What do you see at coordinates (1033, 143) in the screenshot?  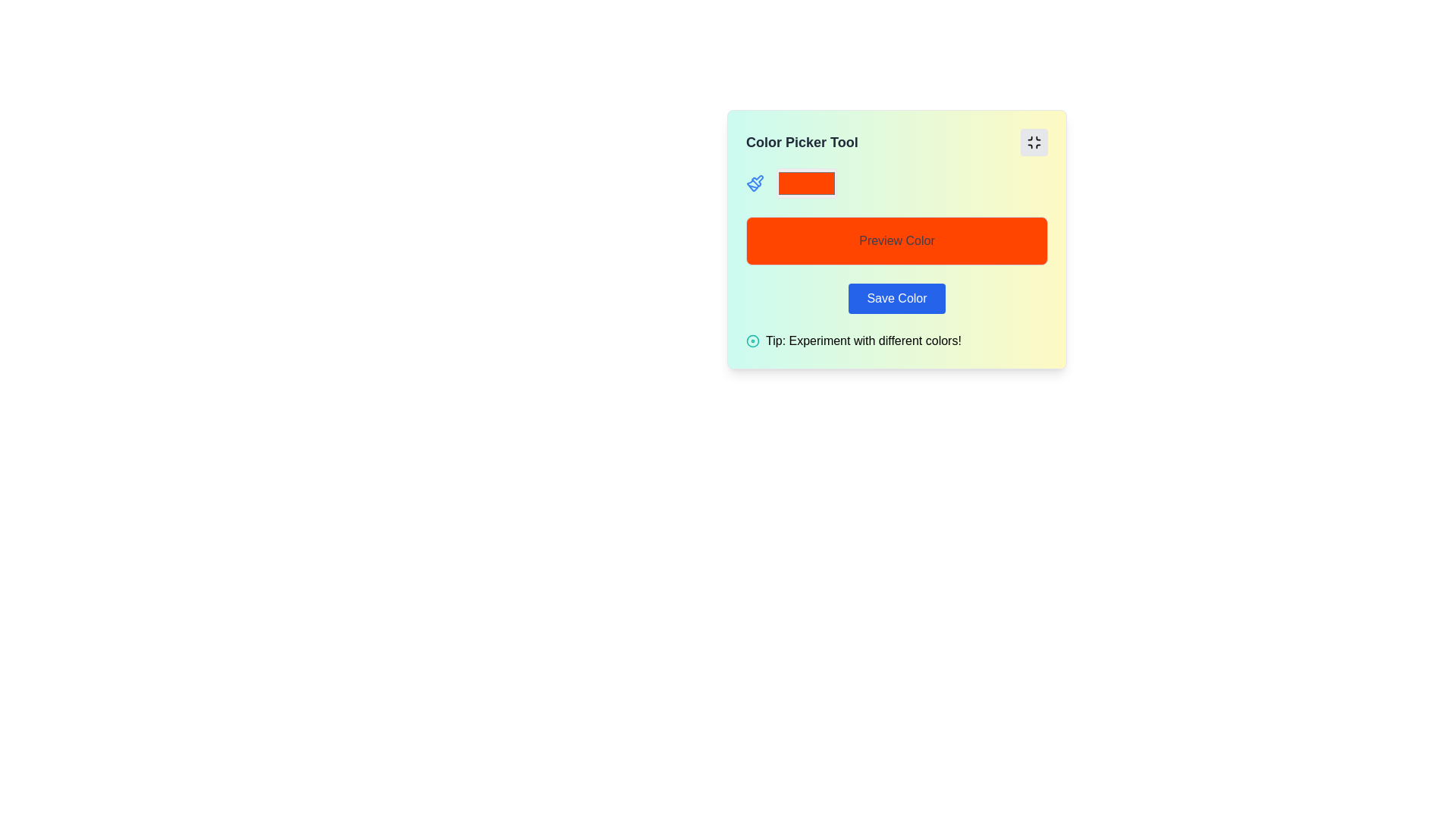 I see `the minimize button located in the top-right corner of the 'Color Picker Tool' box` at bounding box center [1033, 143].